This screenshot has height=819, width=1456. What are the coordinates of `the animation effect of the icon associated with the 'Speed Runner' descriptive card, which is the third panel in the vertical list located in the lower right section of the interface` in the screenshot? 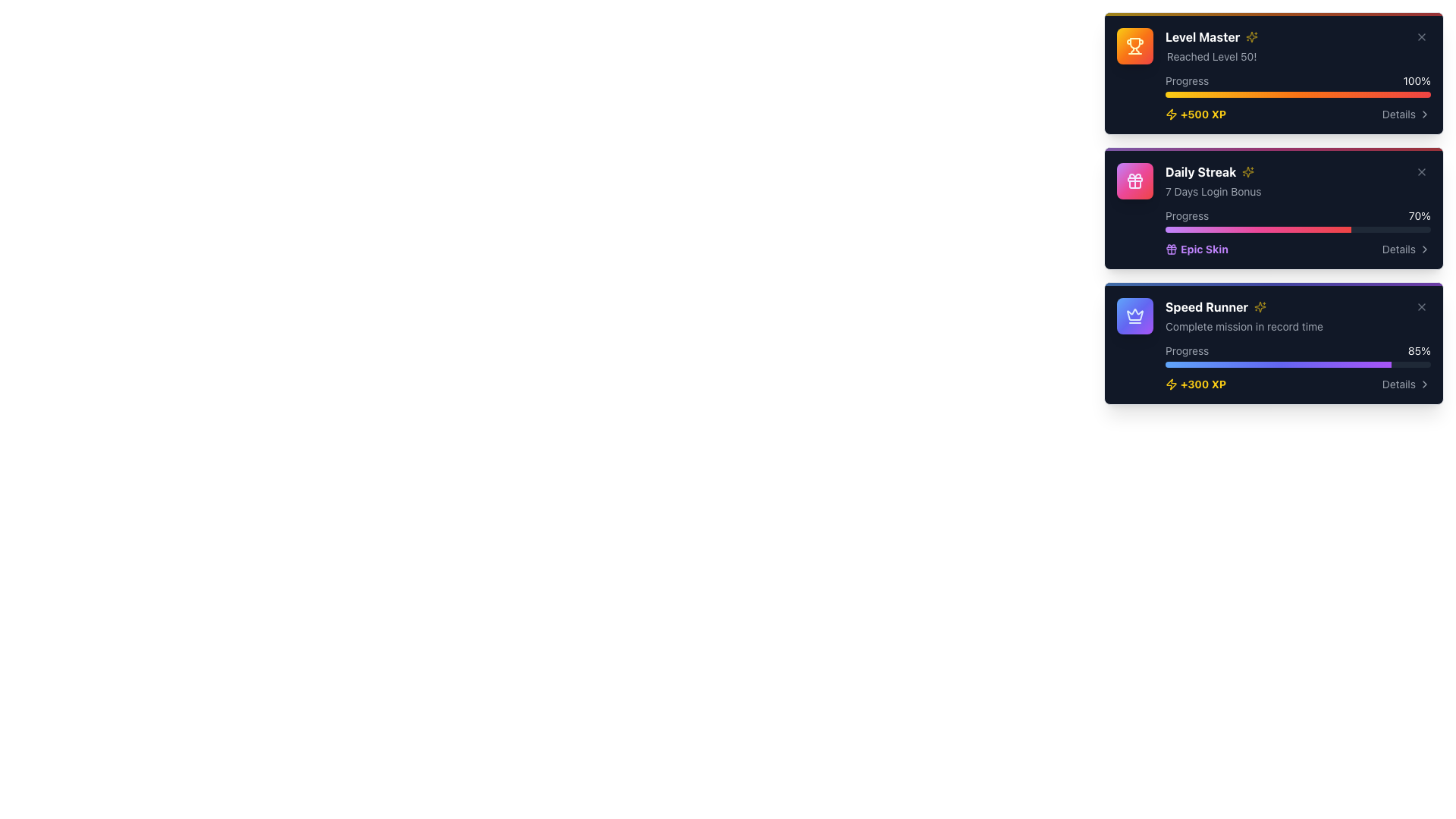 It's located at (1298, 315).